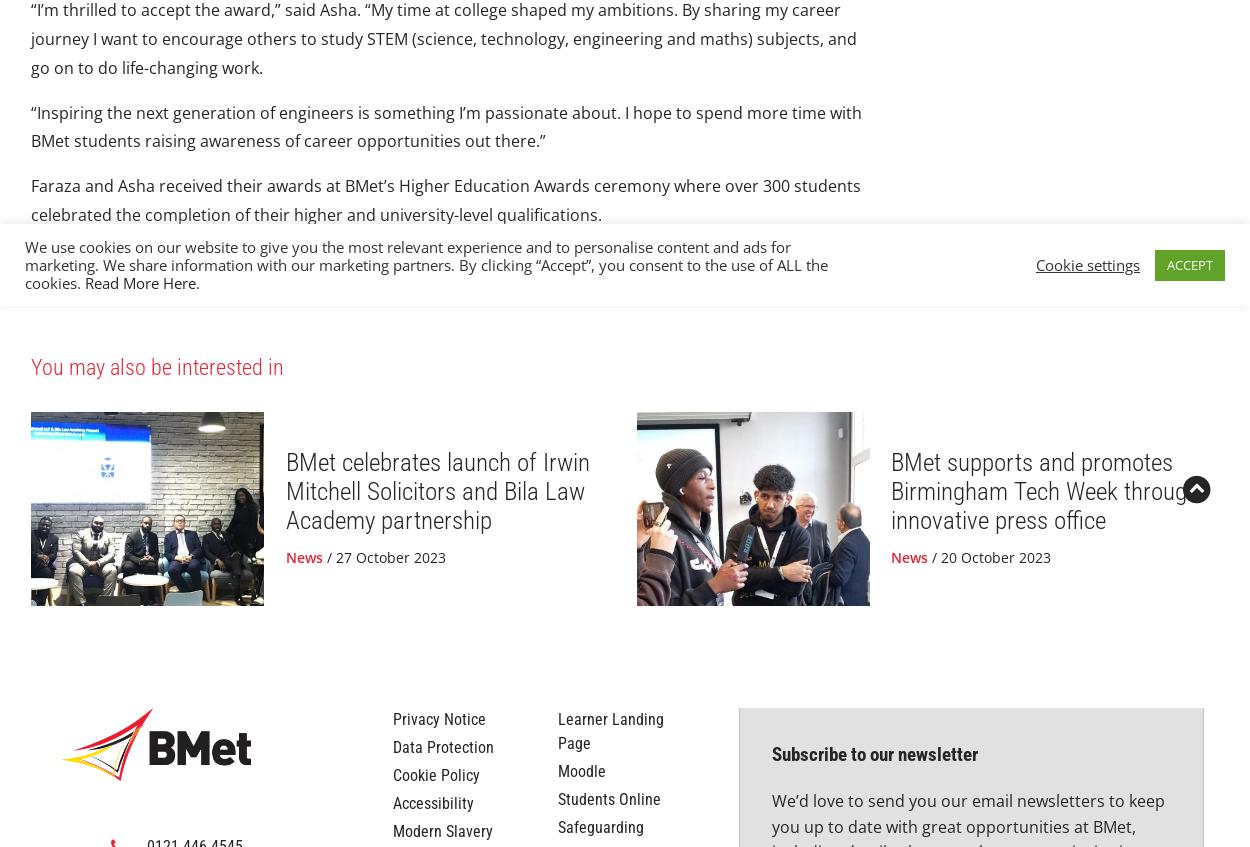 This screenshot has height=847, width=1250. What do you see at coordinates (988, 703) in the screenshot?
I see `'/ 20 October 2023'` at bounding box center [988, 703].